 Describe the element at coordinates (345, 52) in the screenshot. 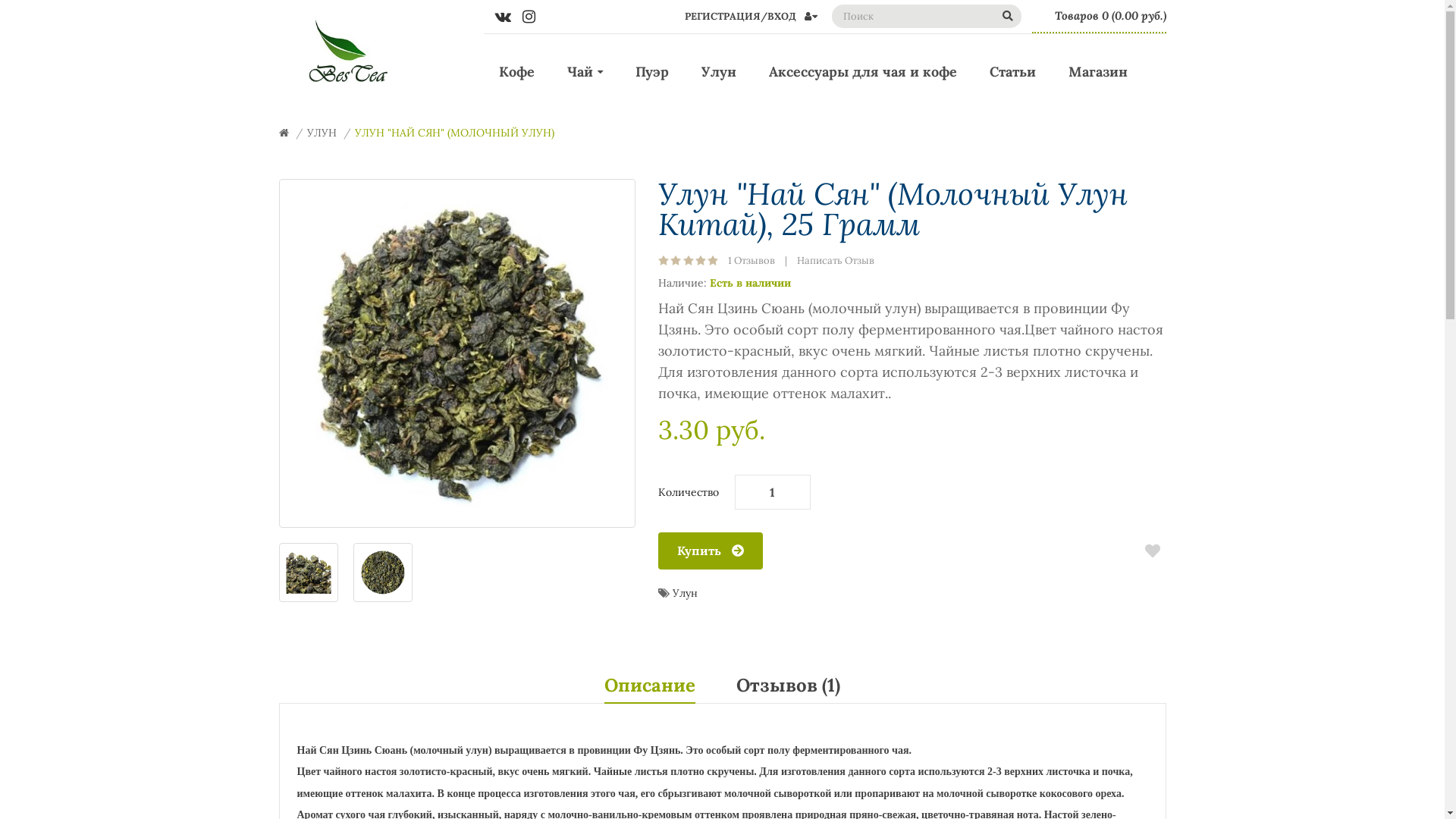

I see `'"BesTea" '` at that location.